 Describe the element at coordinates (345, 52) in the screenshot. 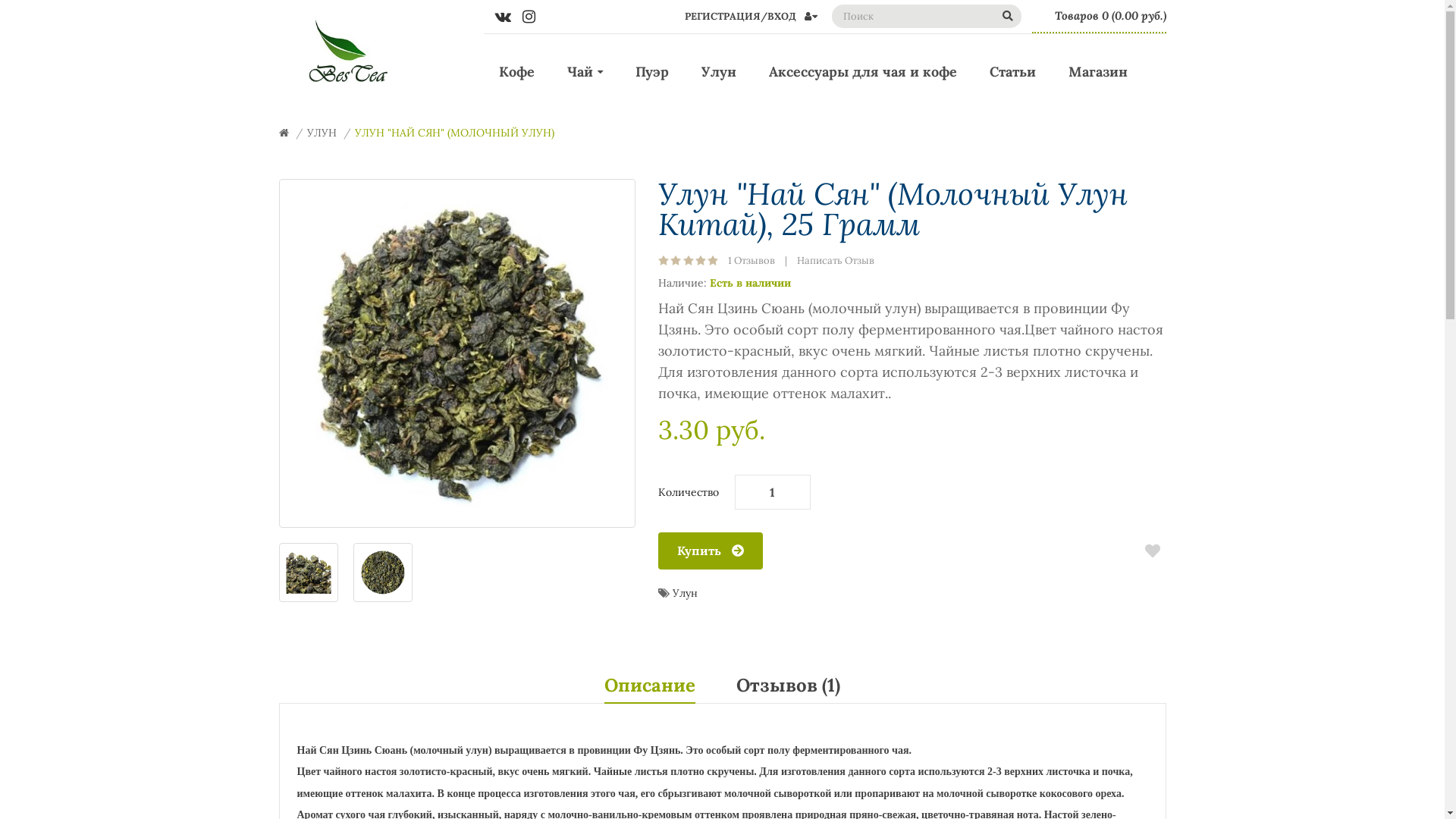

I see `'"BesTea" '` at that location.